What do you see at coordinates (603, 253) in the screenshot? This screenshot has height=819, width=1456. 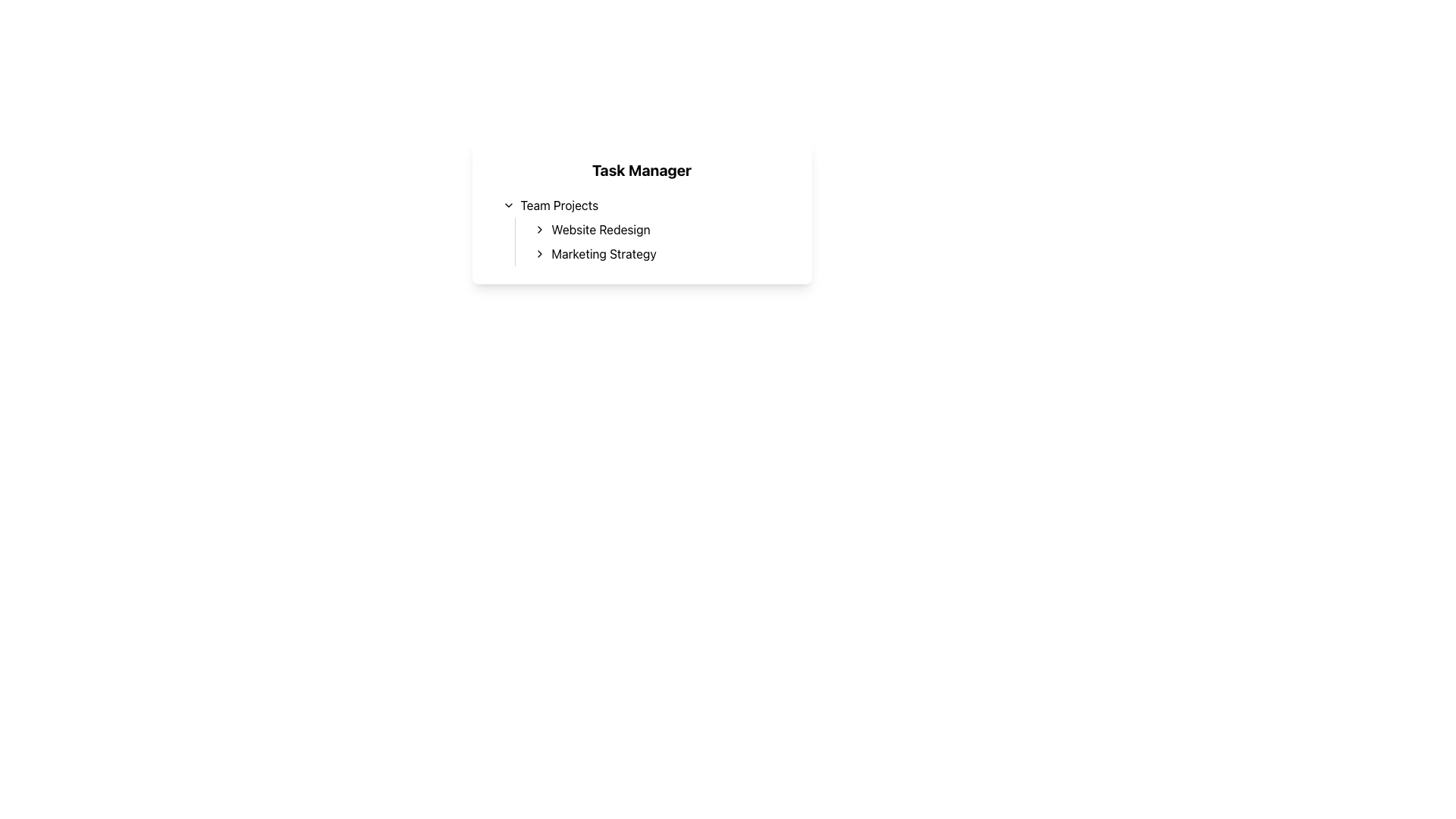 I see `the 'Marketing Strategy' text label located in the 'Team Projects' section under the 'Task Manager' header` at bounding box center [603, 253].